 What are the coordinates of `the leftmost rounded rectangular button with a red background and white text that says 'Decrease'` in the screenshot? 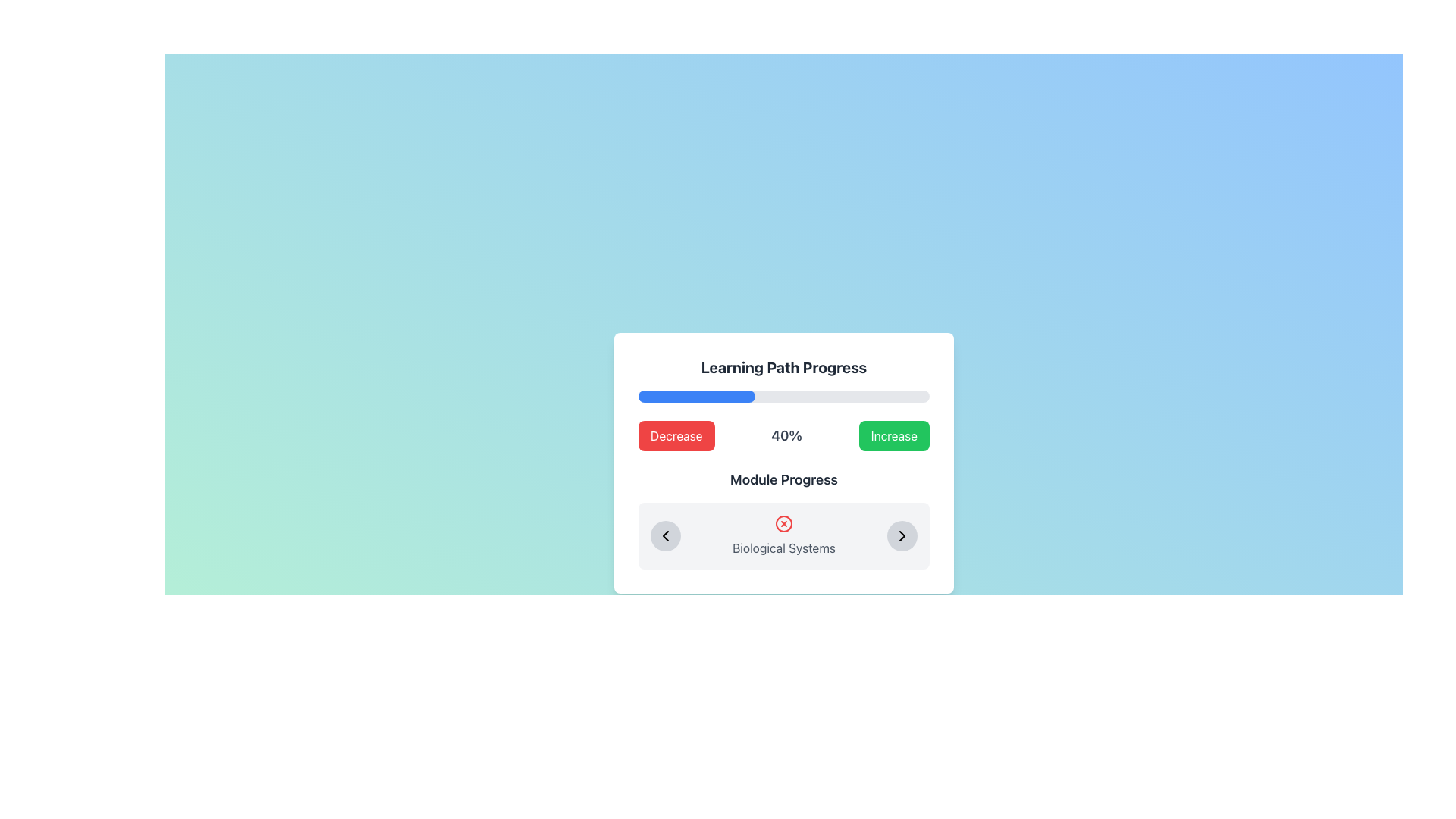 It's located at (676, 435).